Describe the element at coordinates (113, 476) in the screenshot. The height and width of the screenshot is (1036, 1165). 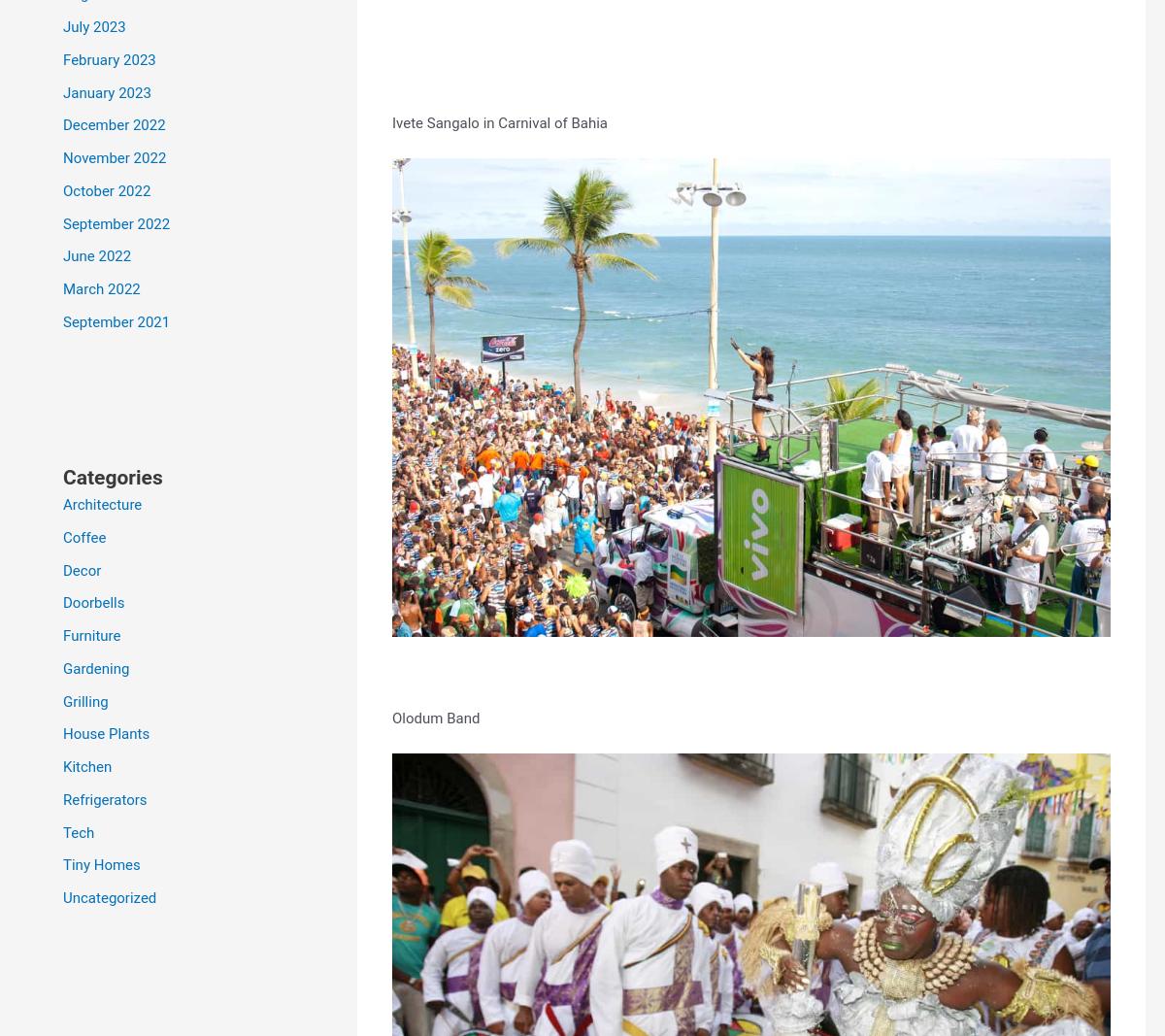
I see `'Categories'` at that location.